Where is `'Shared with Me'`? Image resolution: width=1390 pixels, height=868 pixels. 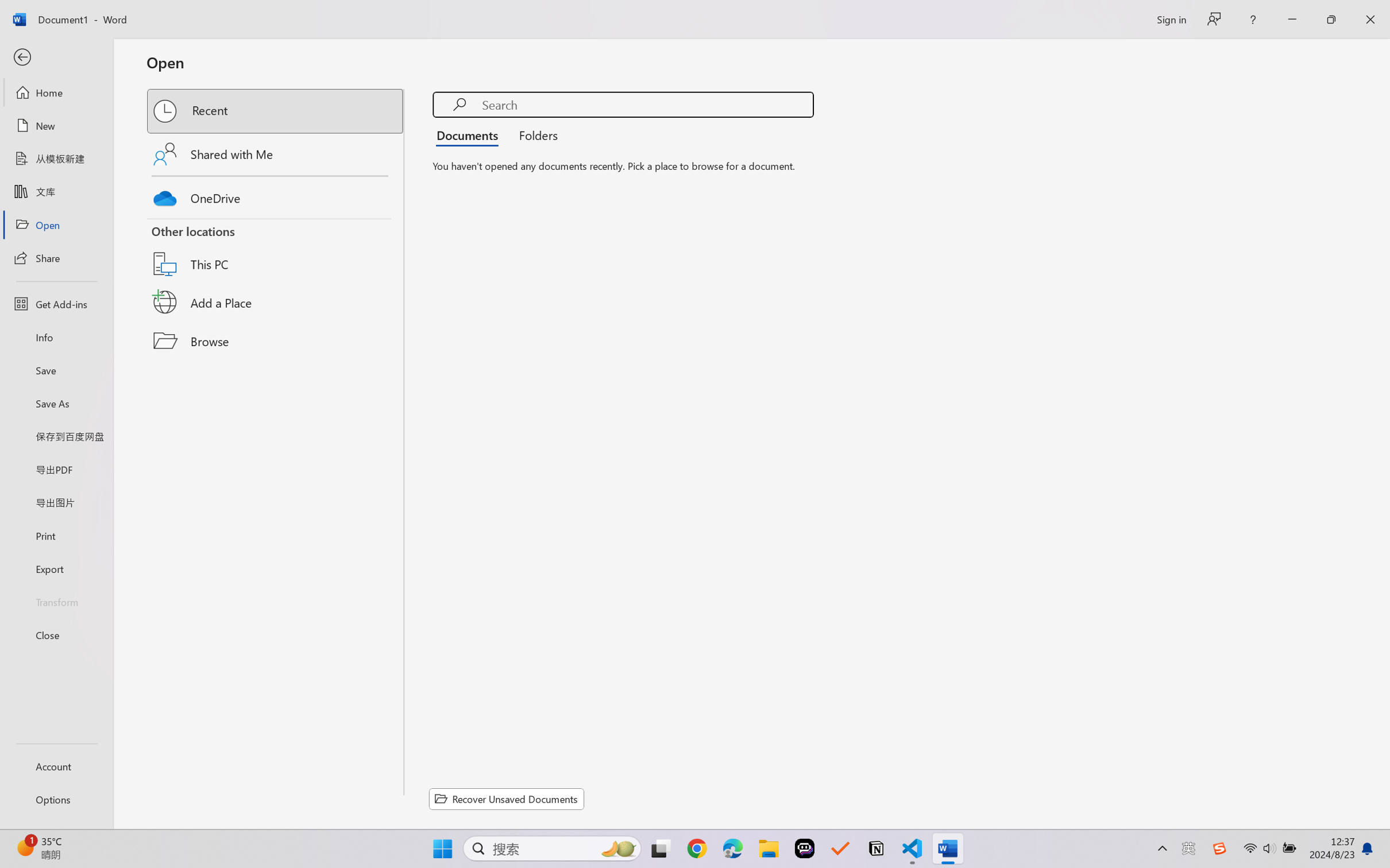 'Shared with Me' is located at coordinates (276, 153).